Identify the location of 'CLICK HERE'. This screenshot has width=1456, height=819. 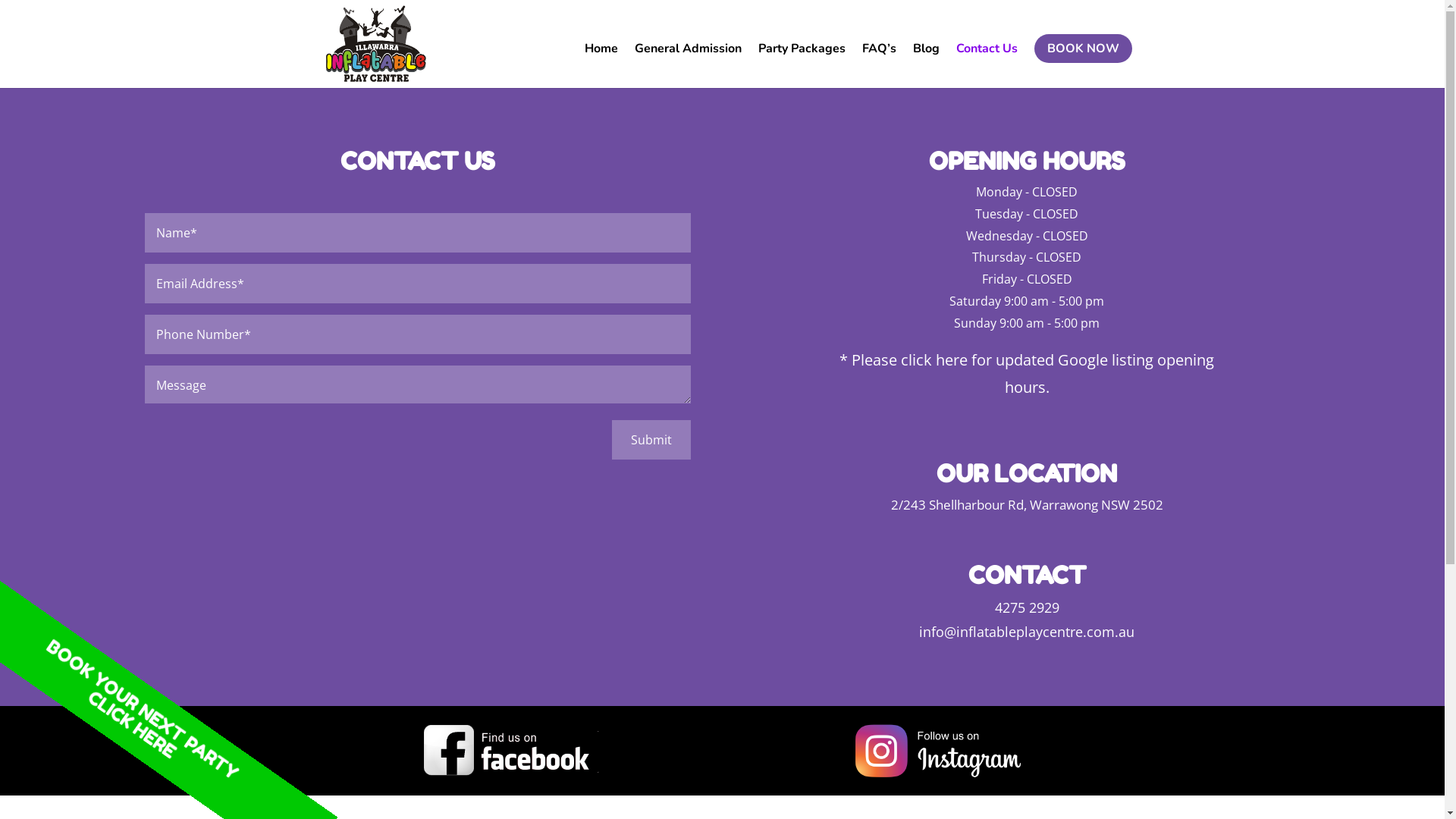
(134, 697).